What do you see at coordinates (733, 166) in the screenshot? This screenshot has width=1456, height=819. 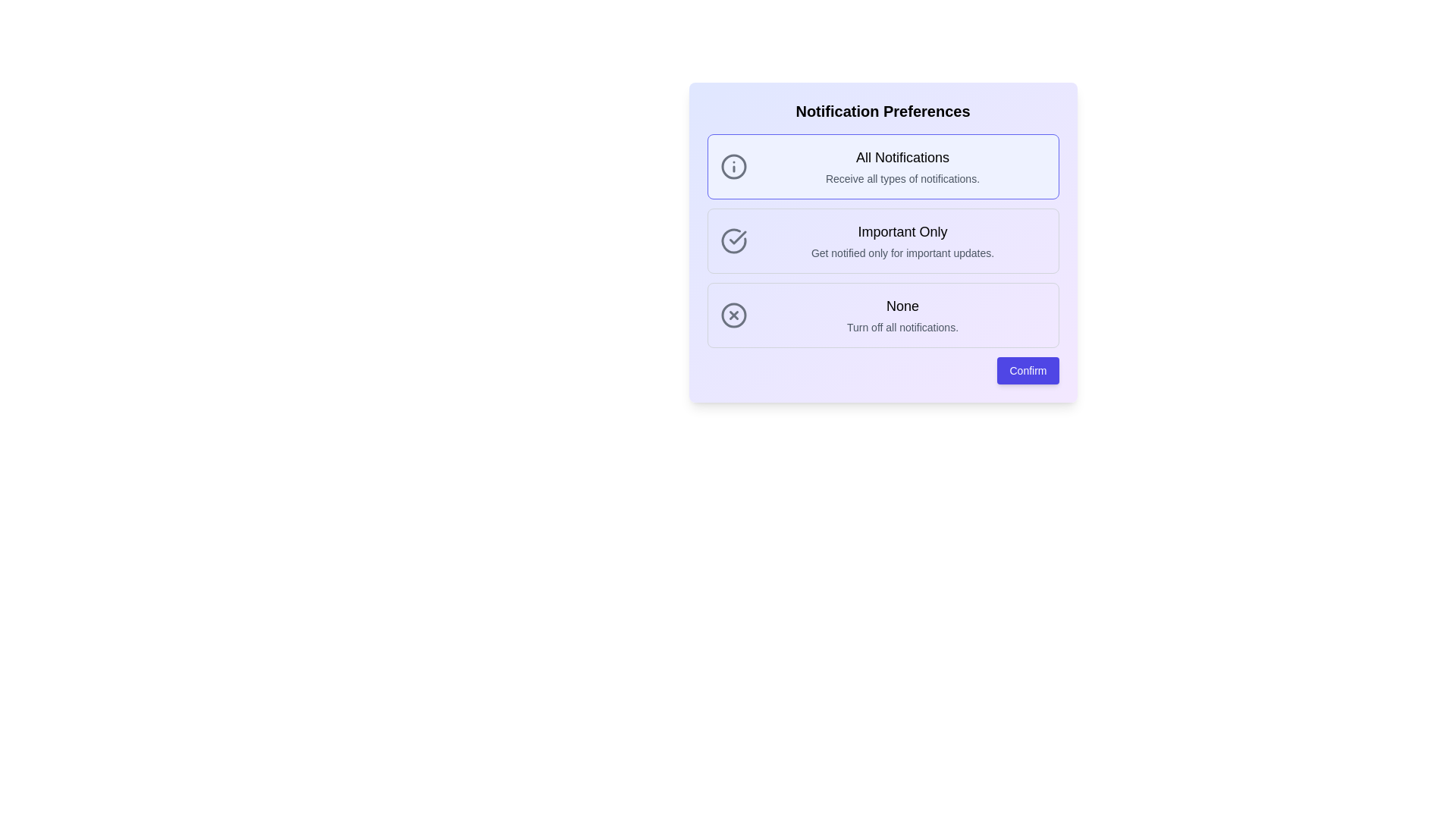 I see `the circular icon with a dot character in the 'All Notifications' option within the notification options dialog` at bounding box center [733, 166].